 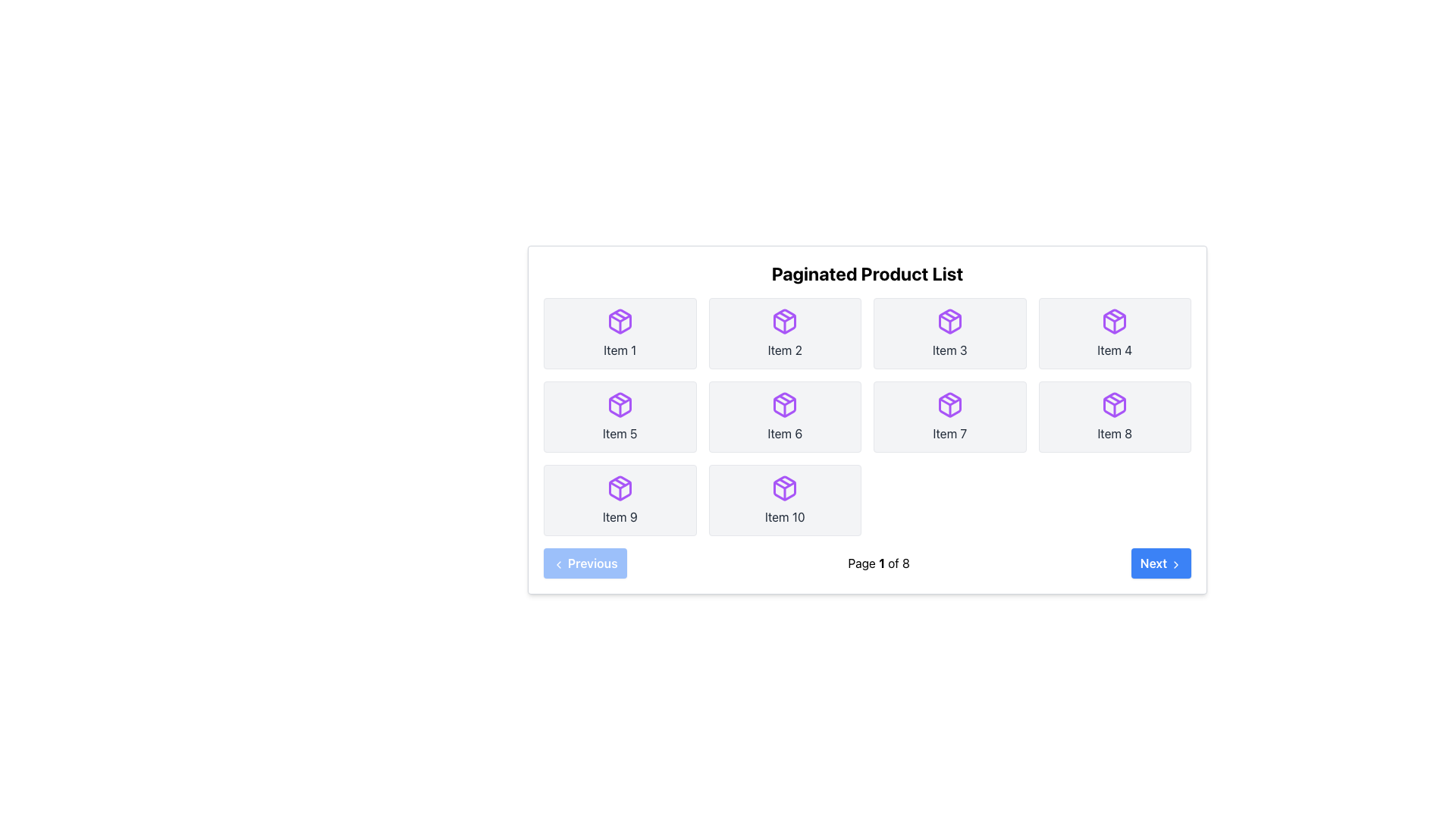 I want to click on the text label that serves as the title or header for the product list section, positioned centrally at the top of the section, so click(x=867, y=274).